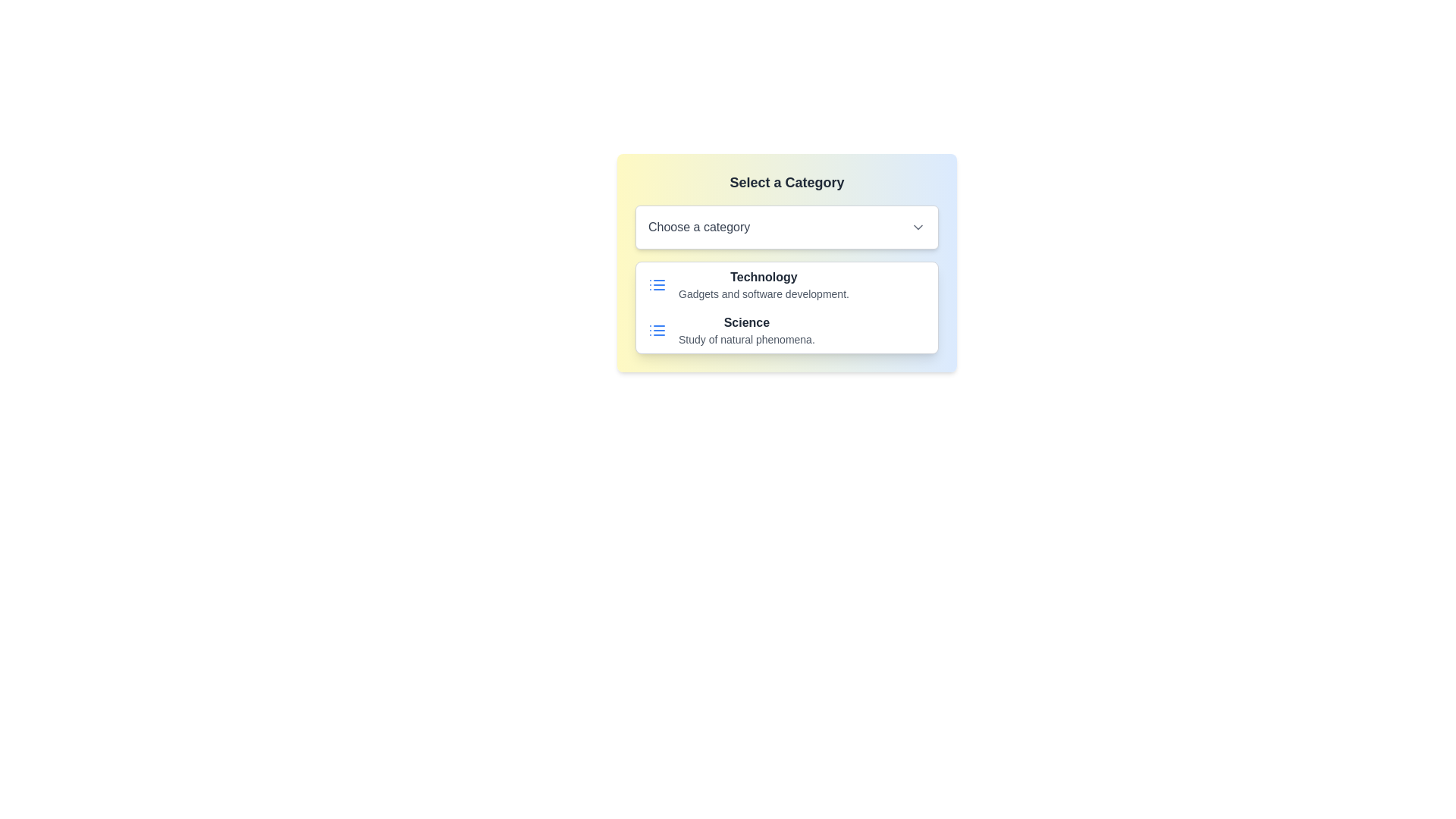  I want to click on the Dropdown Chevron icon located on the right side of the 'Choose a category' field, so click(917, 227).